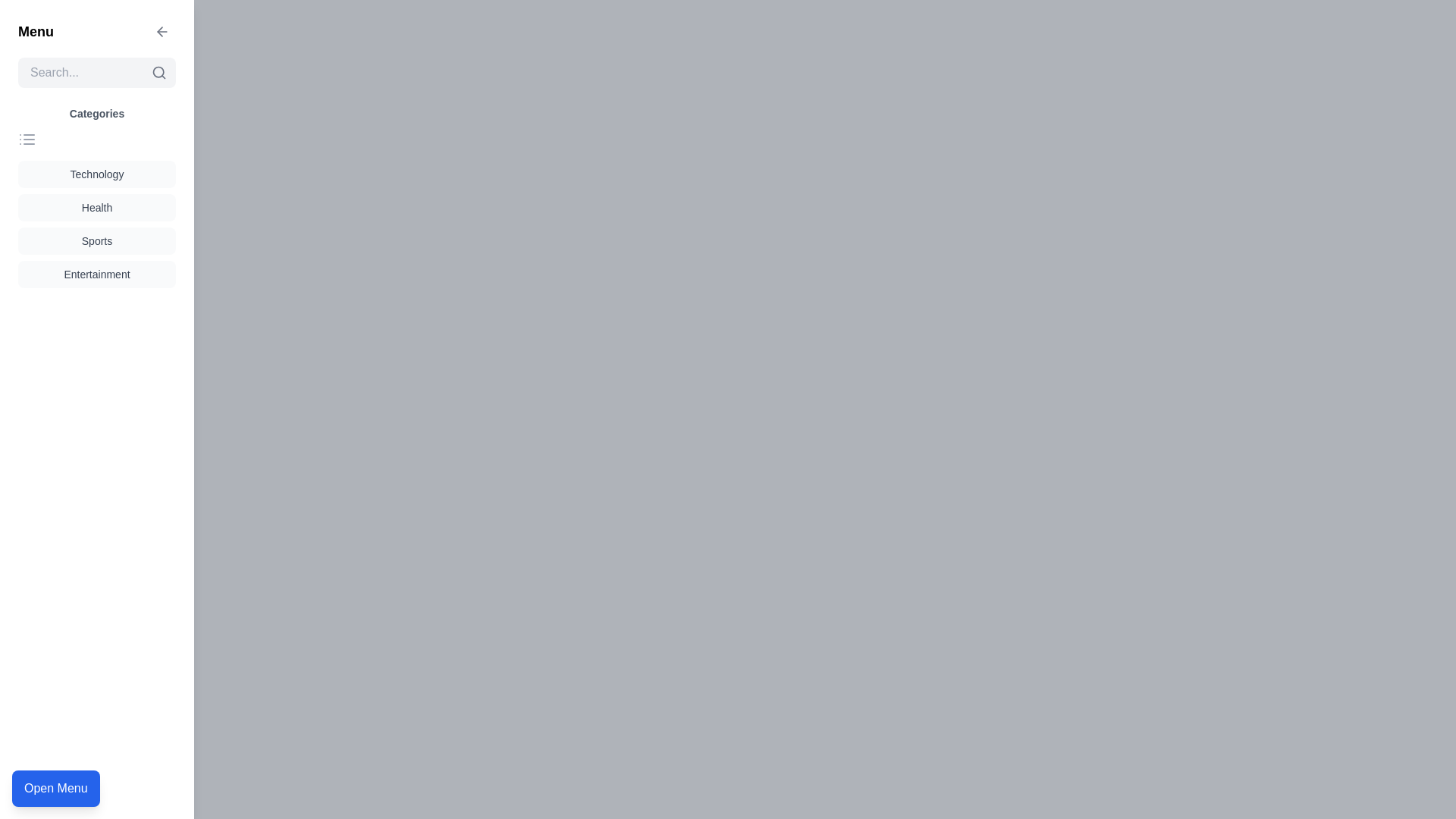 The width and height of the screenshot is (1456, 819). I want to click on the search icon resembling a magnifying glass, located at the upper-right corner of the input field with placeholder text 'Search...', so click(159, 73).